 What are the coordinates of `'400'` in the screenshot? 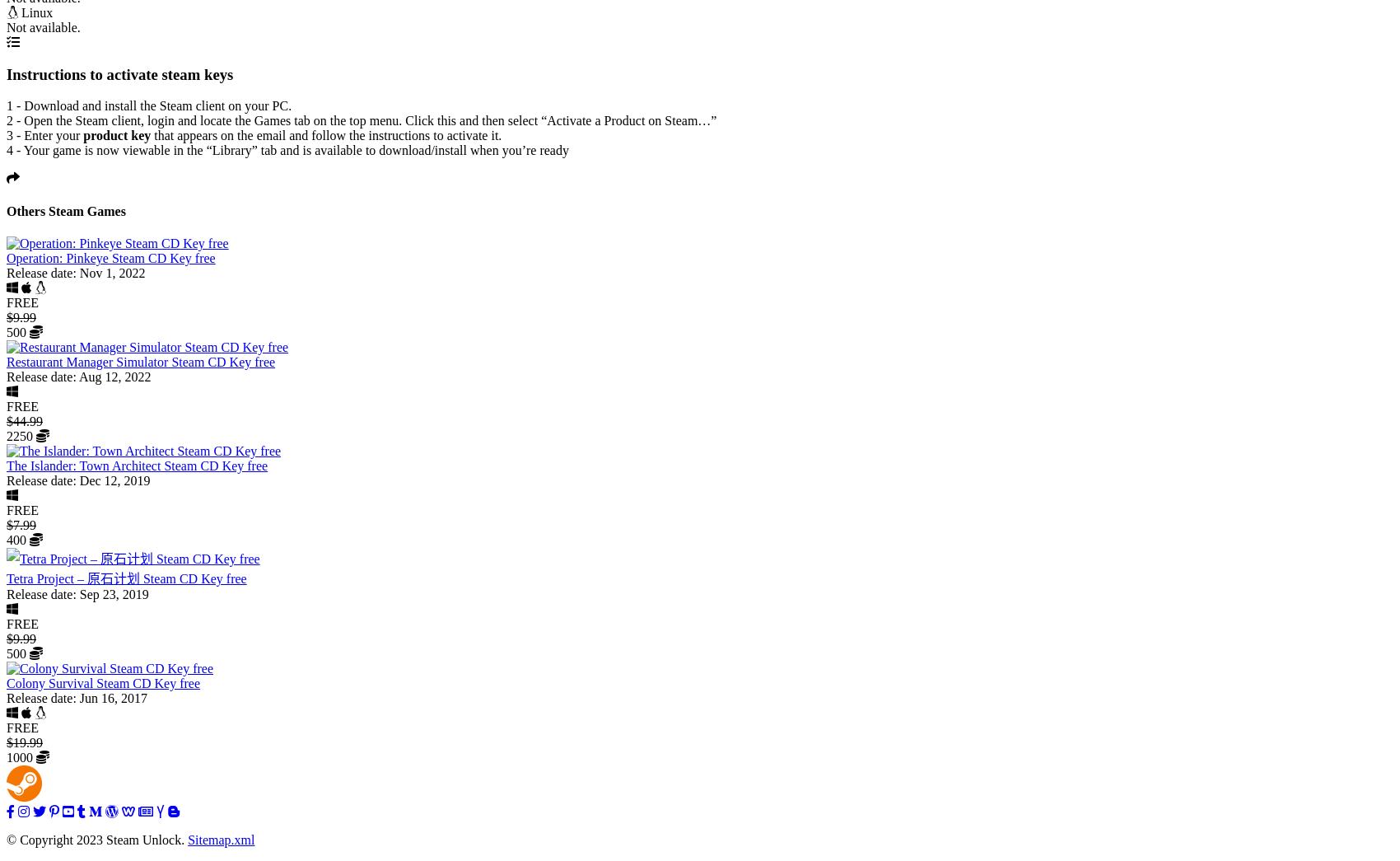 It's located at (17, 539).